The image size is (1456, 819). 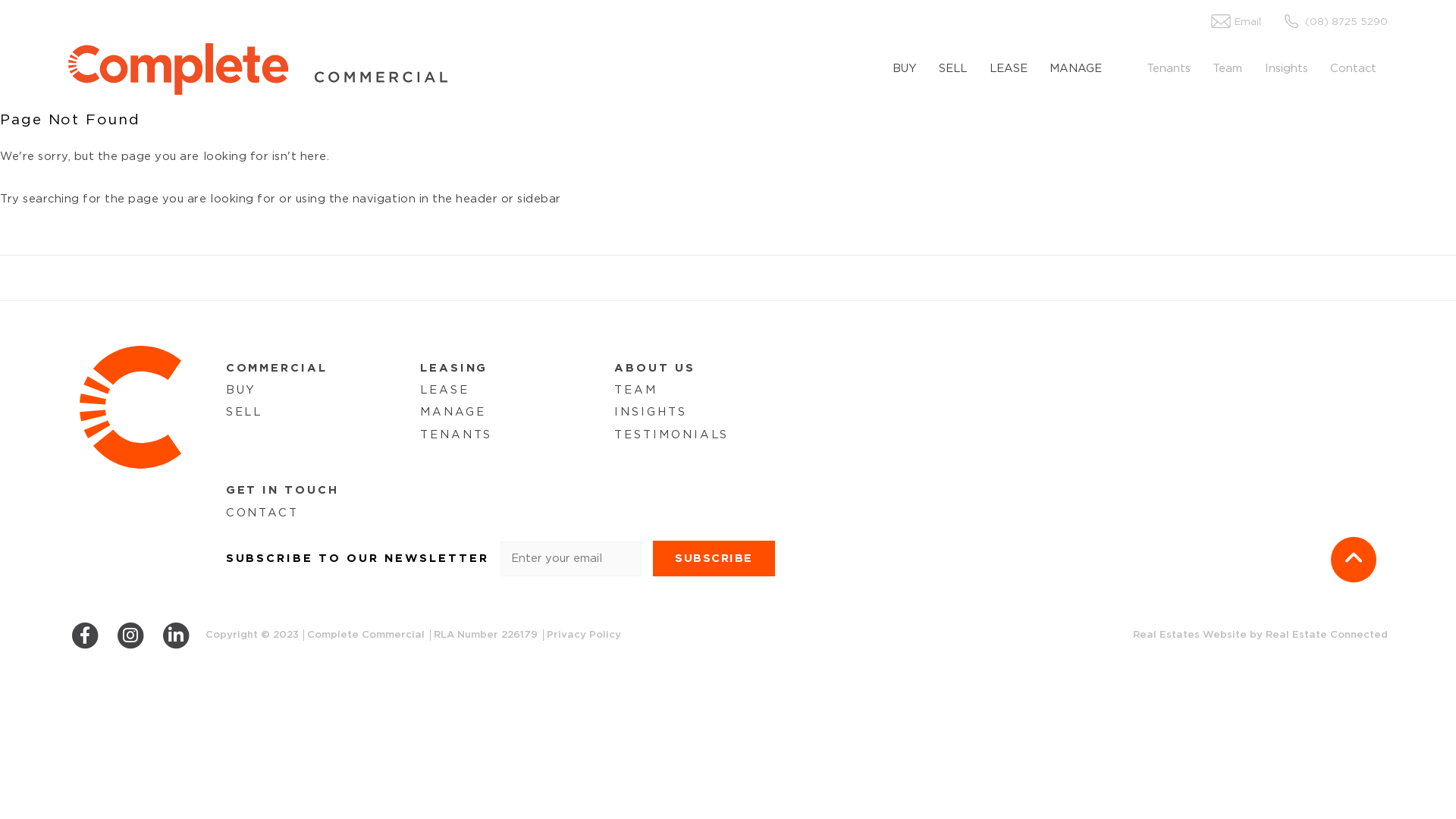 What do you see at coordinates (419, 435) in the screenshot?
I see `'TENANTS'` at bounding box center [419, 435].